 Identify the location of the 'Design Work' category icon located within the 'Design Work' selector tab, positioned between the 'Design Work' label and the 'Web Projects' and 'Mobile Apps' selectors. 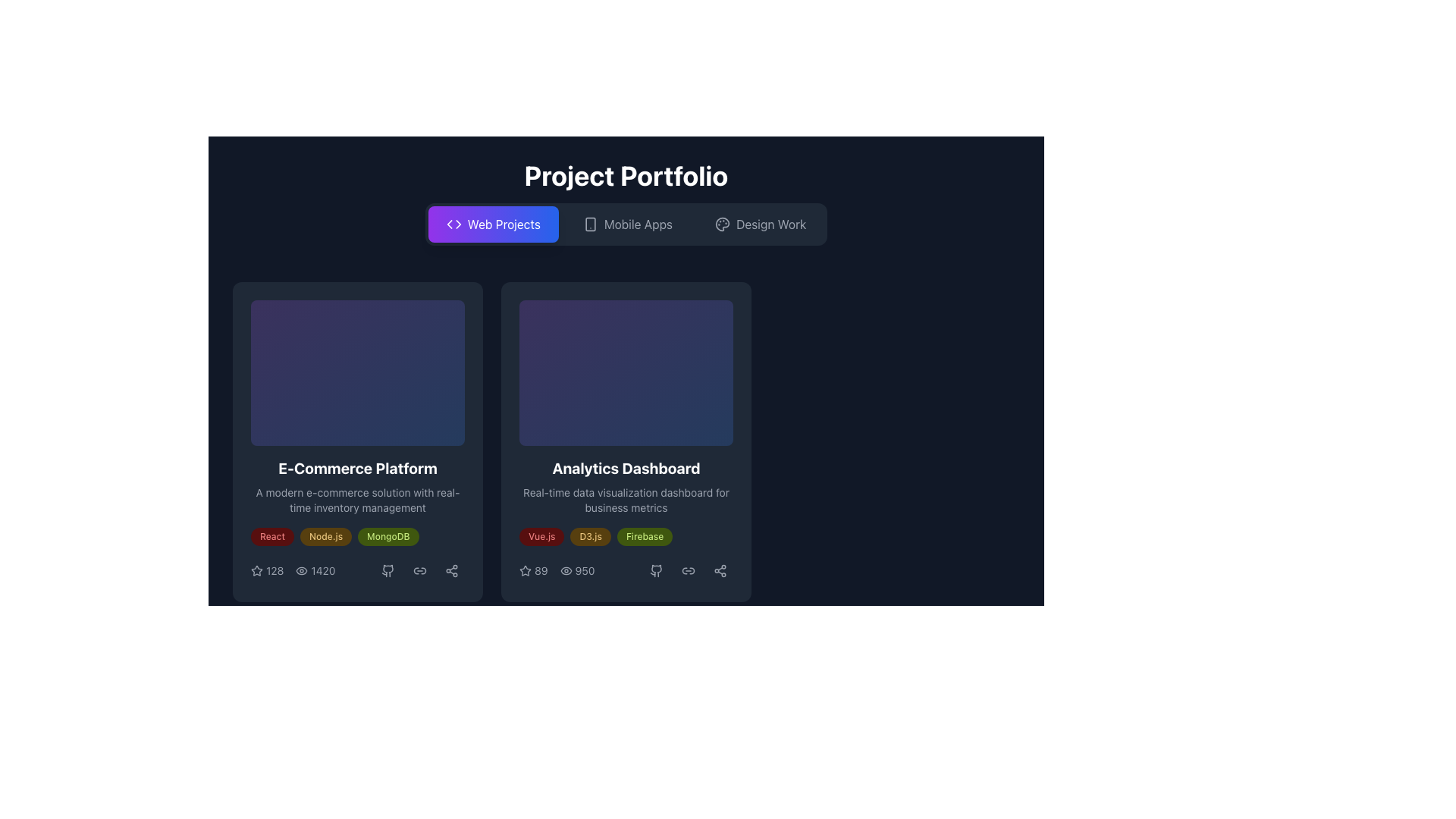
(722, 224).